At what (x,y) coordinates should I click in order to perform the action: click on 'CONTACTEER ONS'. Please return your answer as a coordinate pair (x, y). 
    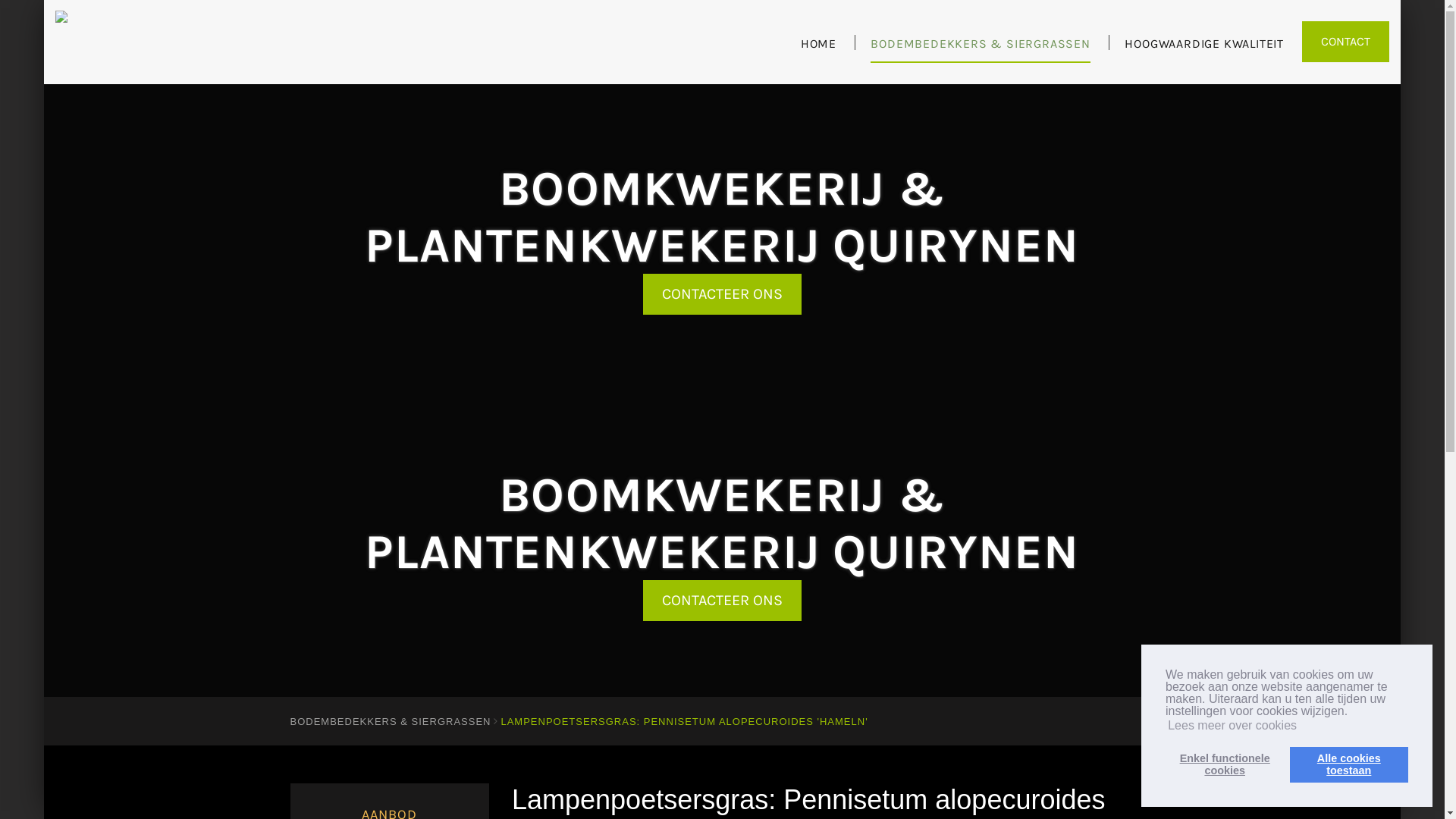
    Looking at the image, I should click on (721, 599).